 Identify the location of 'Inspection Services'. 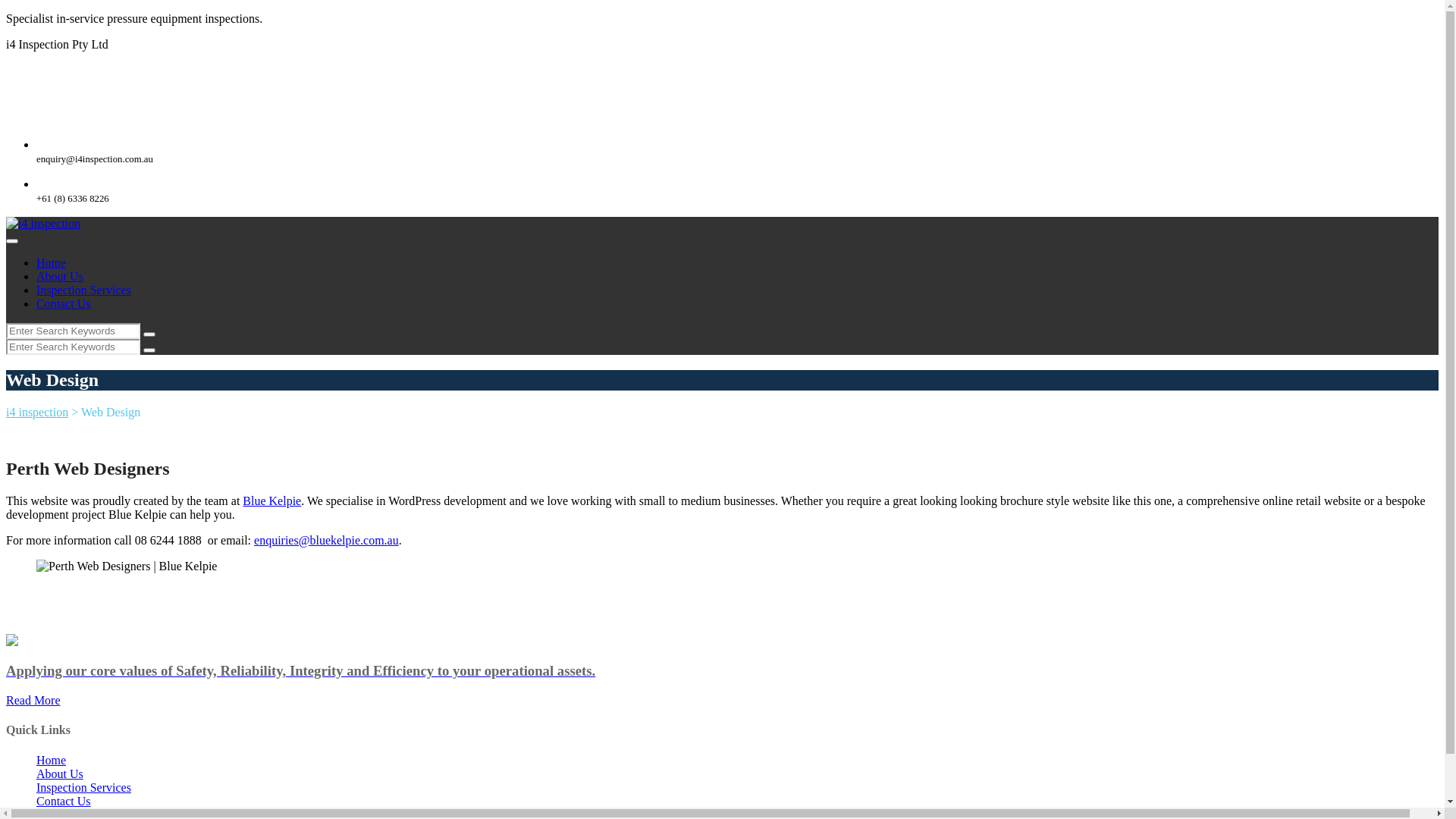
(83, 290).